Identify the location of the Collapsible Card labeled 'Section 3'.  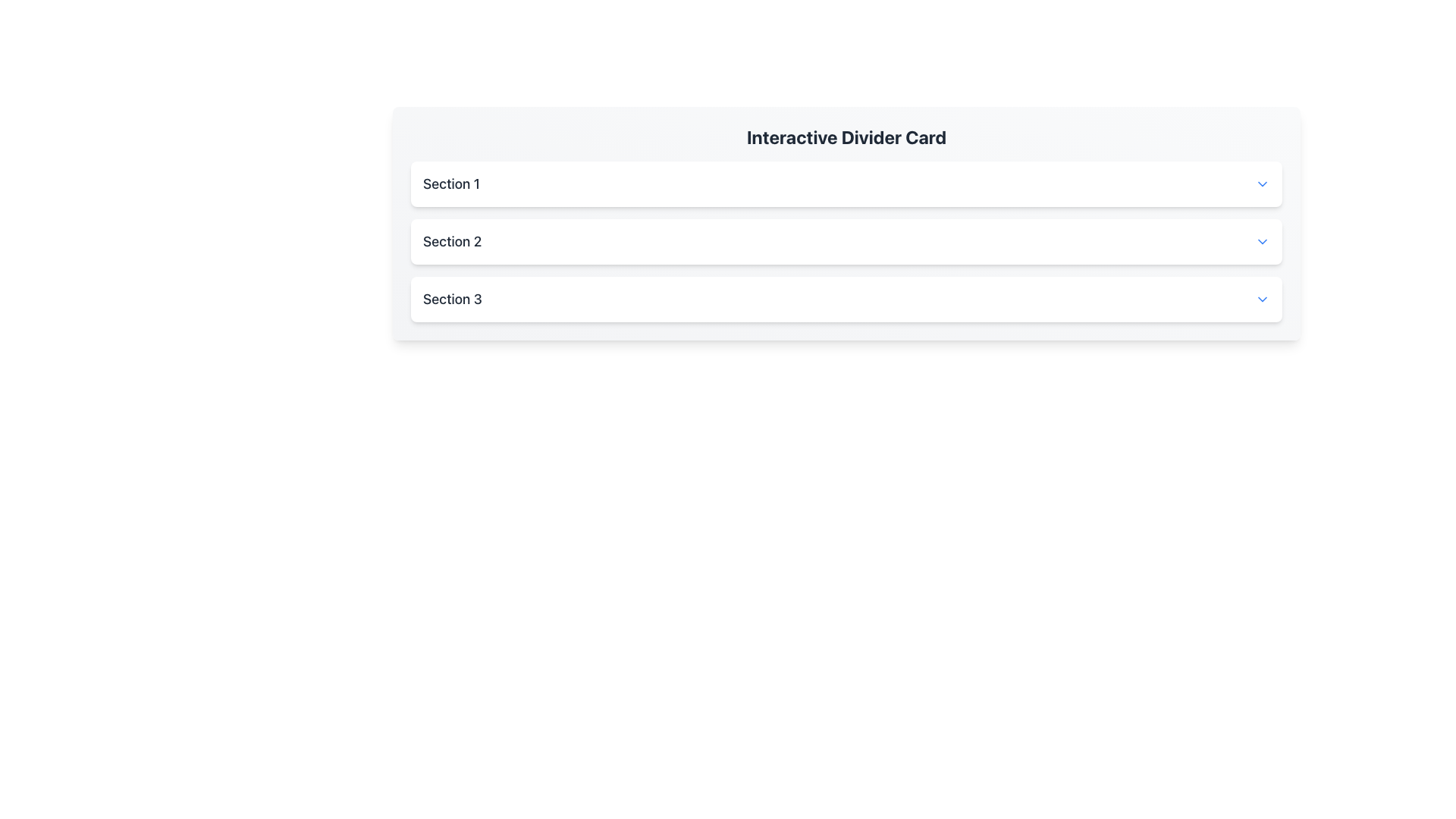
(846, 299).